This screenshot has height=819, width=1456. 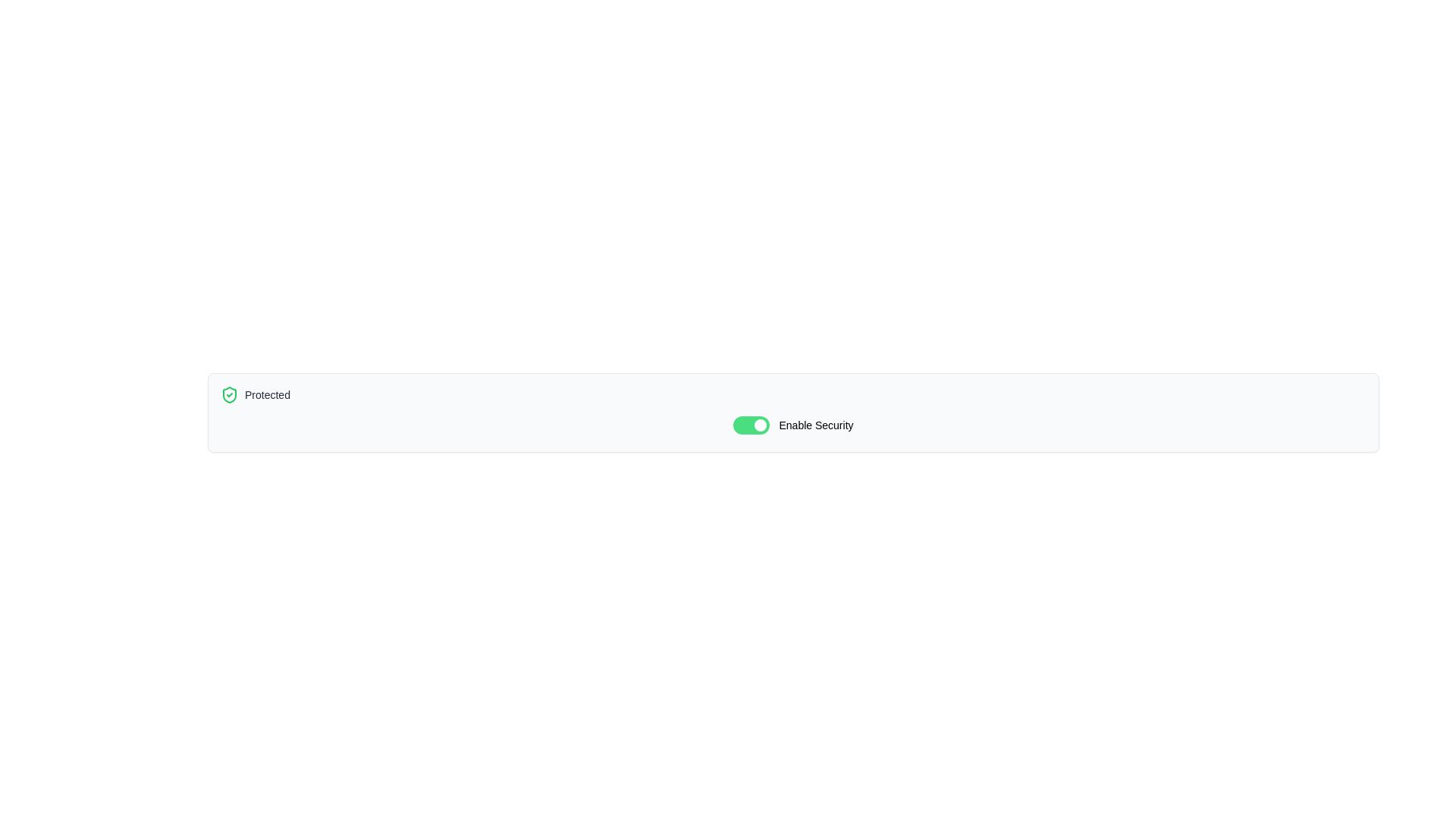 I want to click on the circular white switch handle from the right edge of the green switch component labeled 'Enable Security', so click(x=722, y=425).